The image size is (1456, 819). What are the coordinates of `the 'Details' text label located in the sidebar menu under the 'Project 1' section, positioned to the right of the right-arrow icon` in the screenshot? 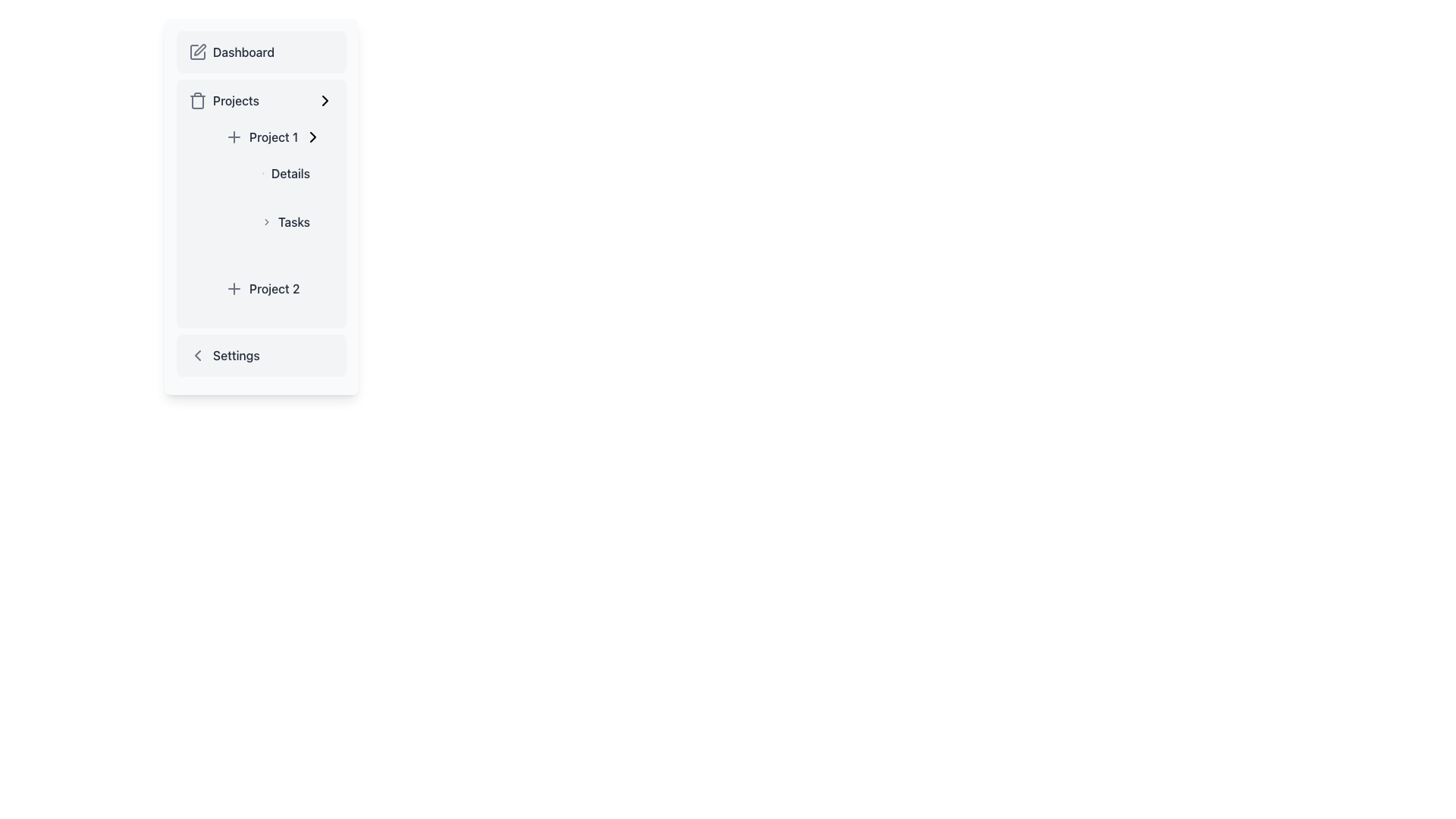 It's located at (290, 172).